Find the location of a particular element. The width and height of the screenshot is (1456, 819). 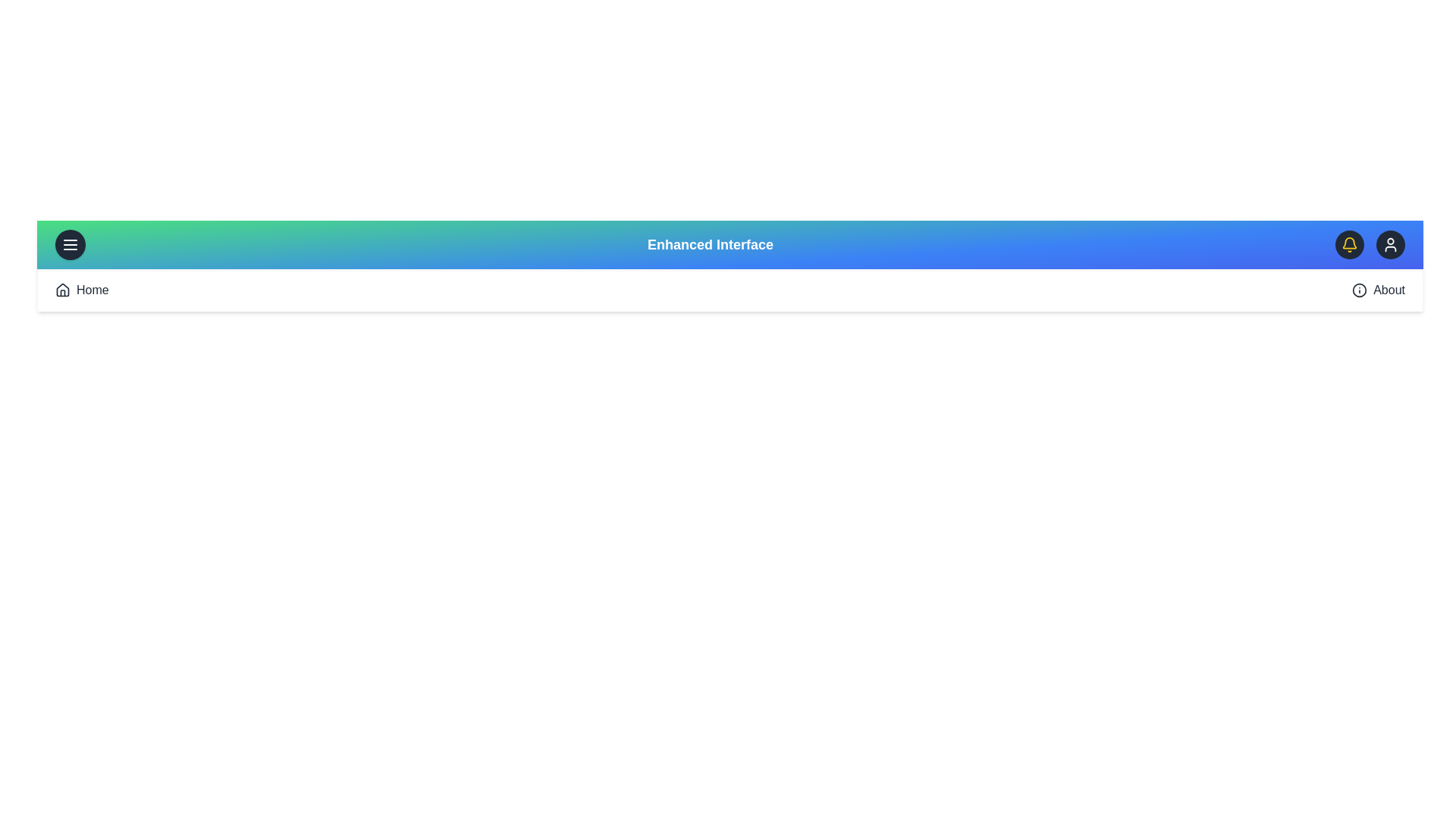

the user profile button located at the right end of the app bar is located at coordinates (1390, 244).